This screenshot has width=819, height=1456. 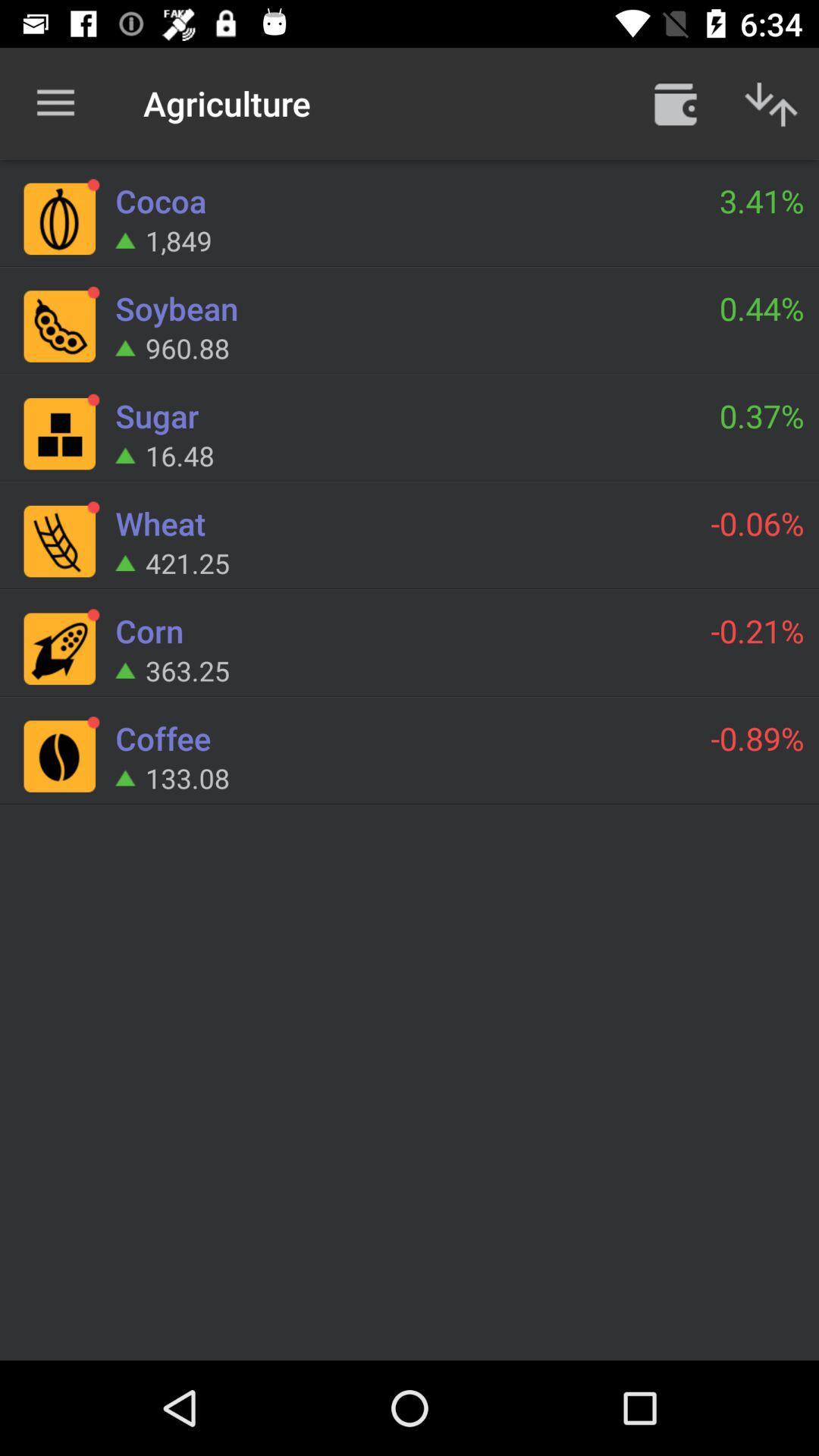 What do you see at coordinates (675, 102) in the screenshot?
I see `the app next to agriculture item` at bounding box center [675, 102].